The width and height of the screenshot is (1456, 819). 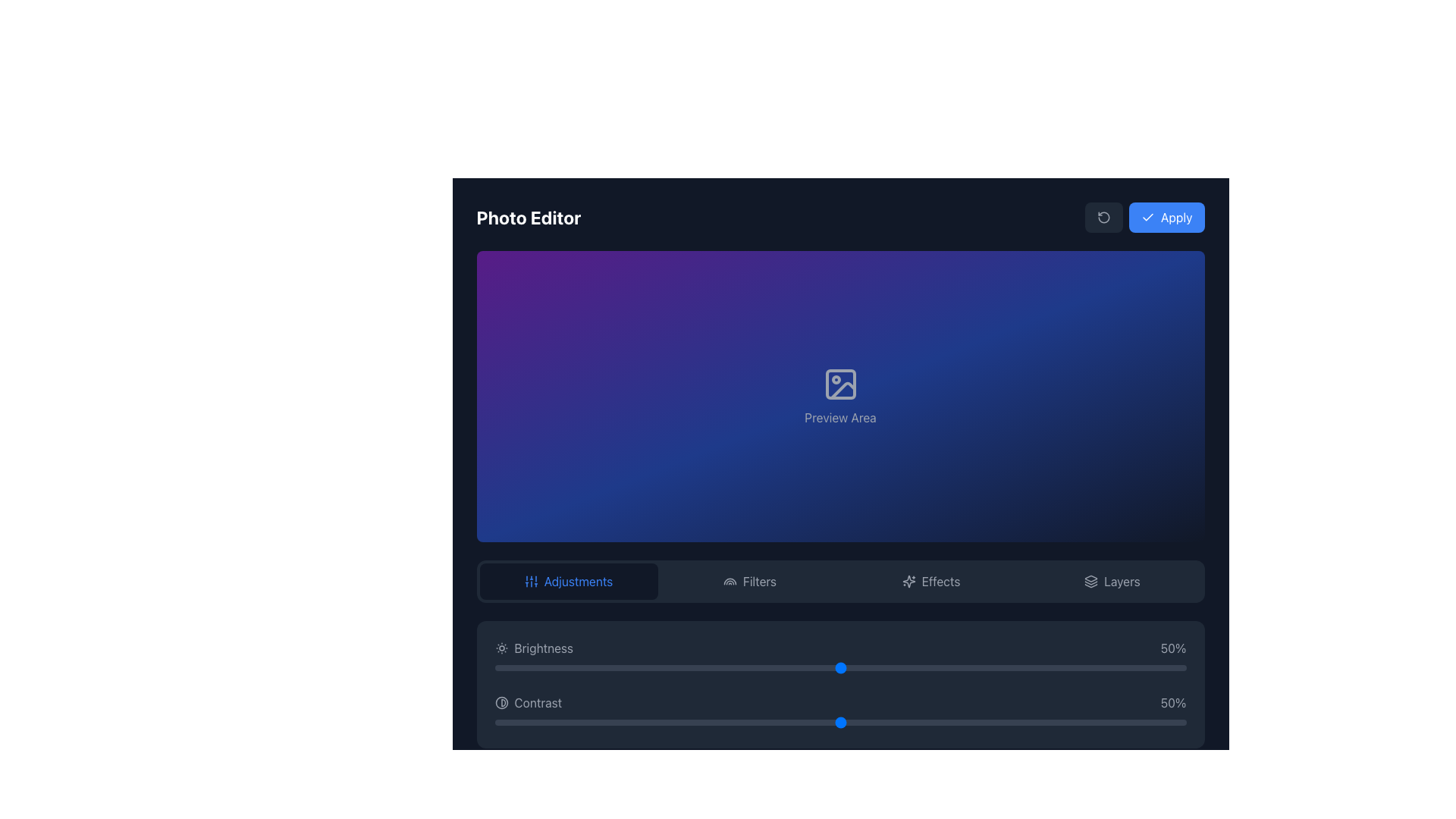 What do you see at coordinates (1040, 721) in the screenshot?
I see `the contrast` at bounding box center [1040, 721].